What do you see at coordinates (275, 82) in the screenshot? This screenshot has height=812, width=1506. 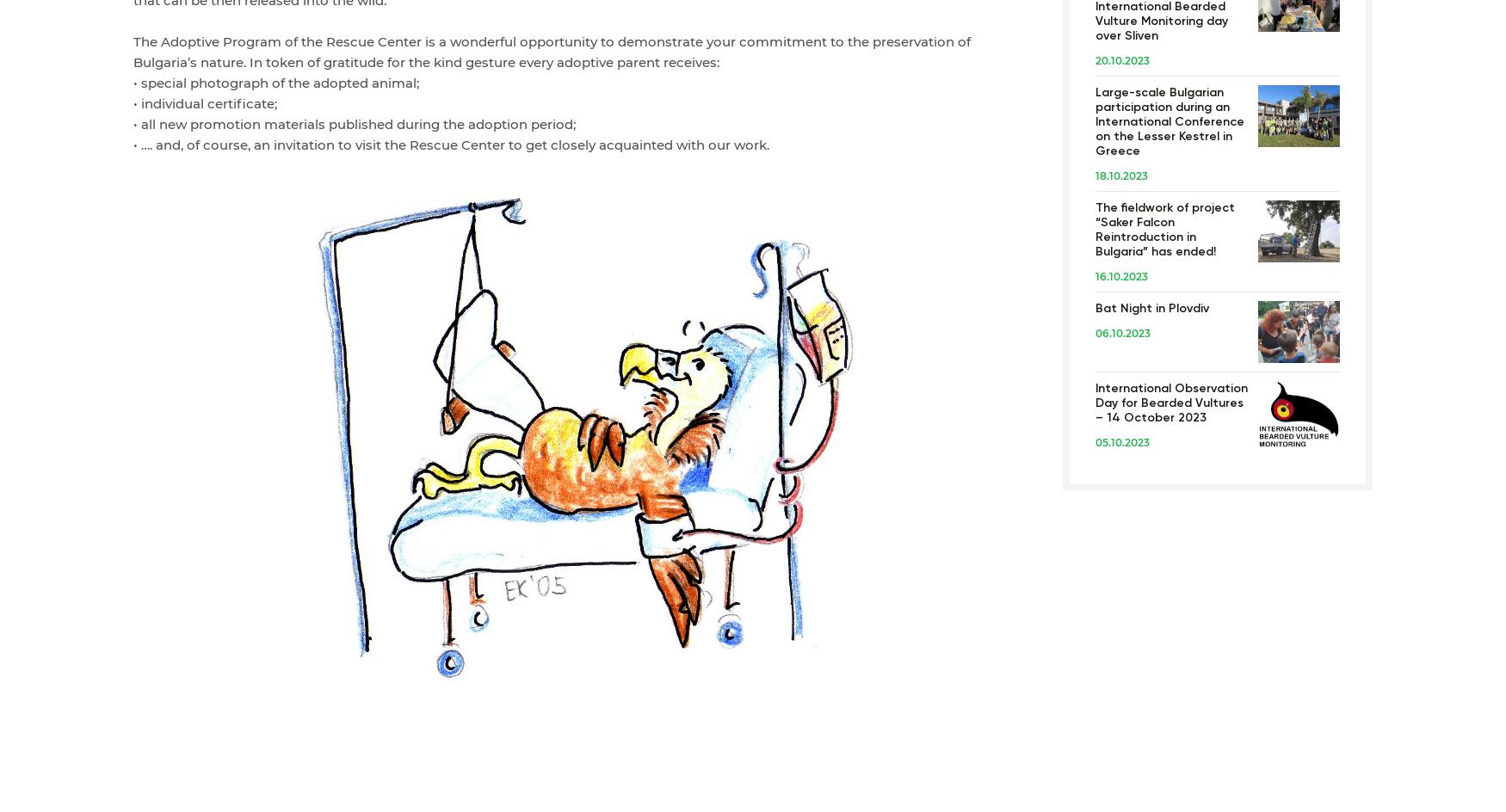 I see `'• special photograph of the adopted animal;'` at bounding box center [275, 82].